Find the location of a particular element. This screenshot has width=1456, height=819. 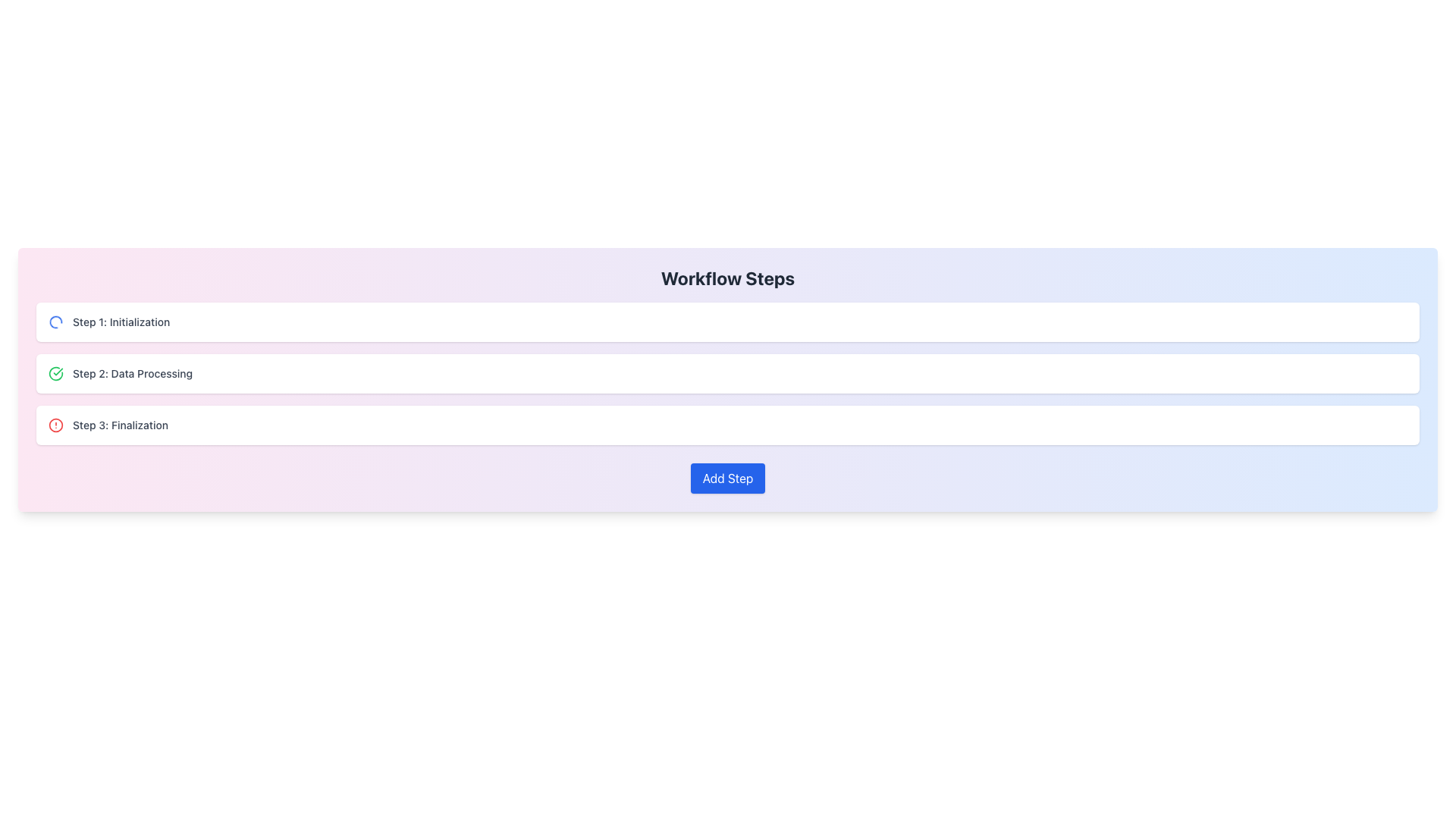

the circular Graphic Indicator located at the center of the alert icon next to 'Step 3: Finalization' is located at coordinates (55, 425).